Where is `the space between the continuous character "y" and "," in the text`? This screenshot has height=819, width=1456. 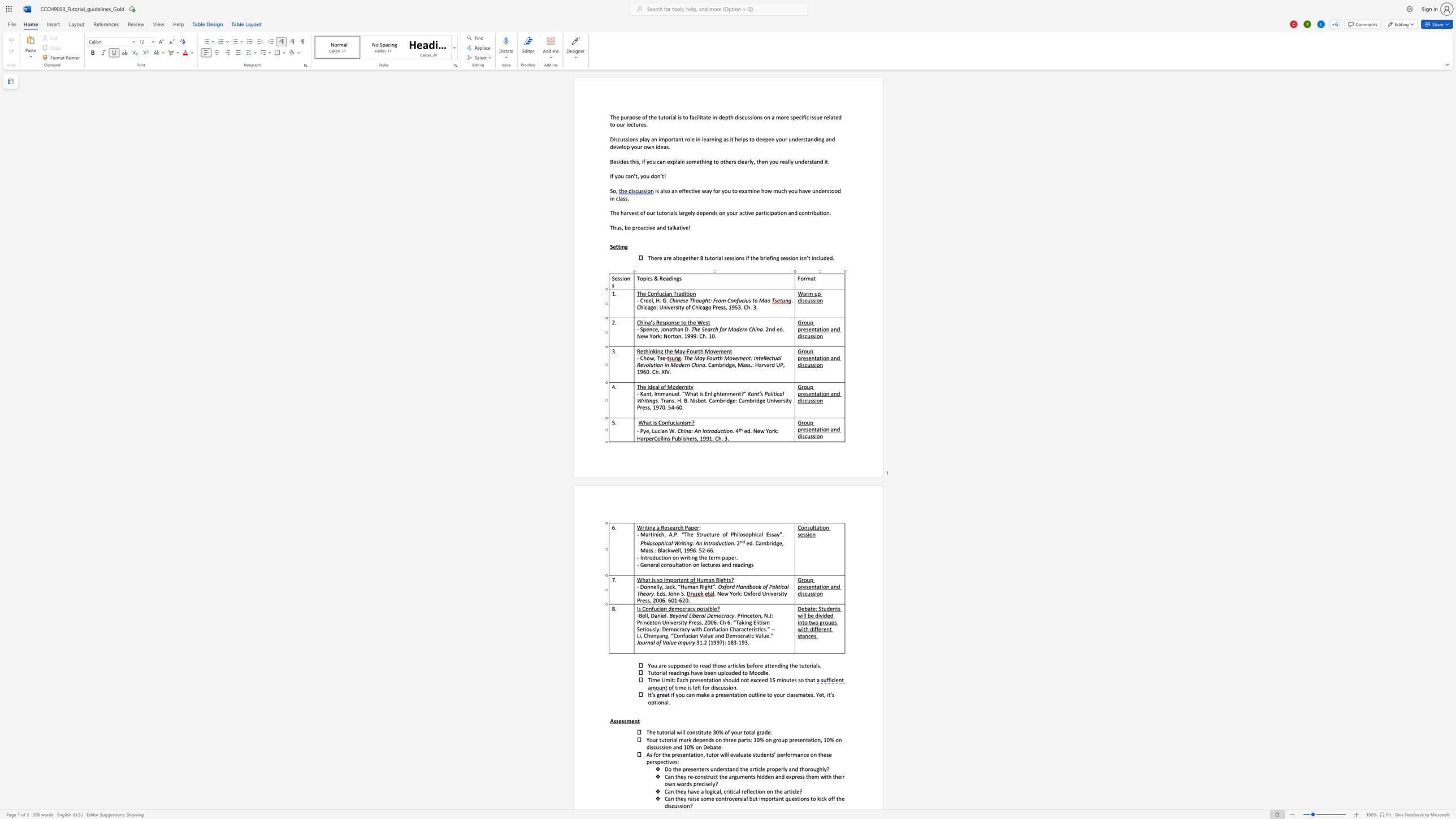 the space between the continuous character "y" and "," in the text is located at coordinates (661, 587).